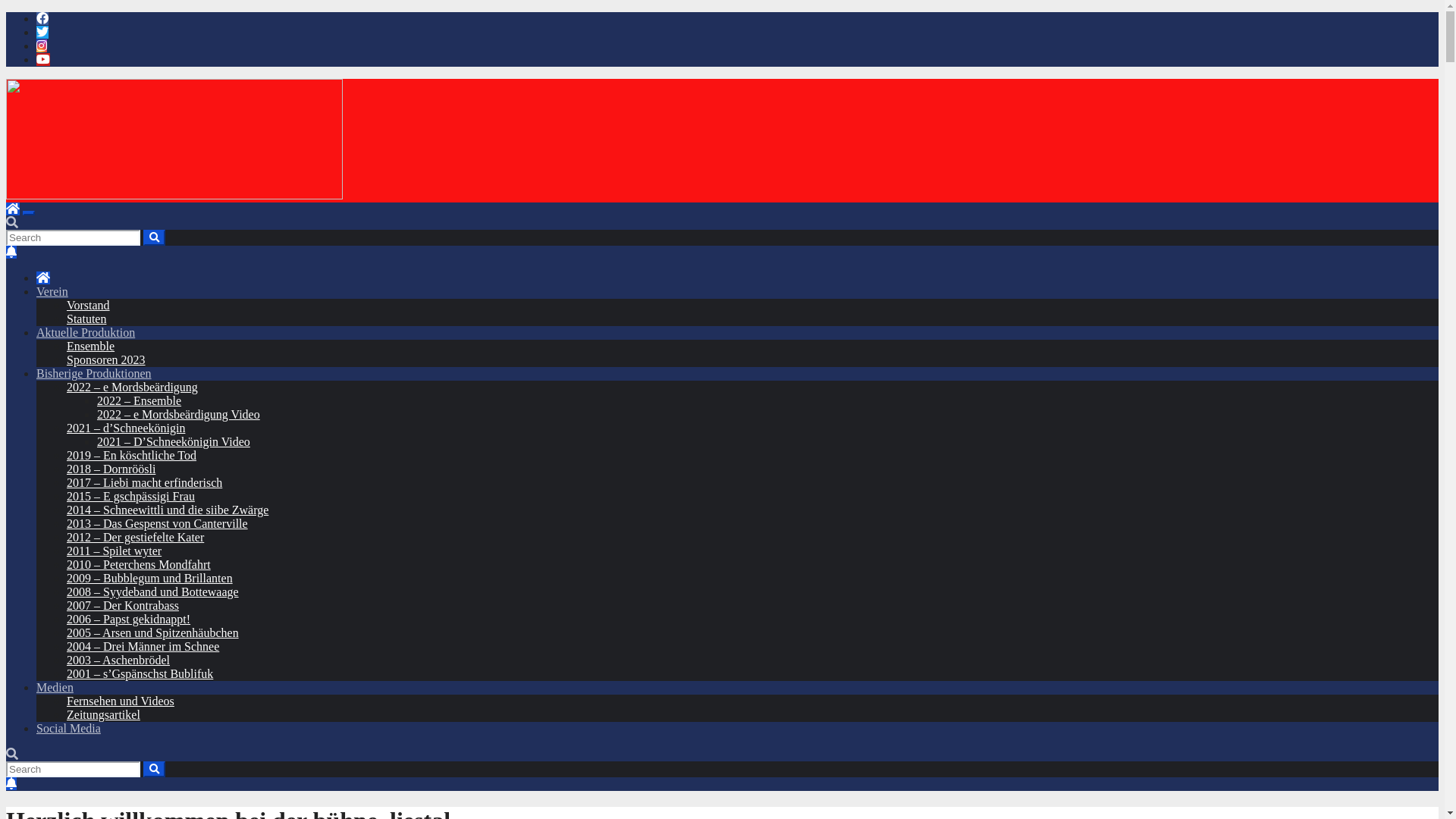 The image size is (1456, 819). What do you see at coordinates (87, 305) in the screenshot?
I see `'Vorstand'` at bounding box center [87, 305].